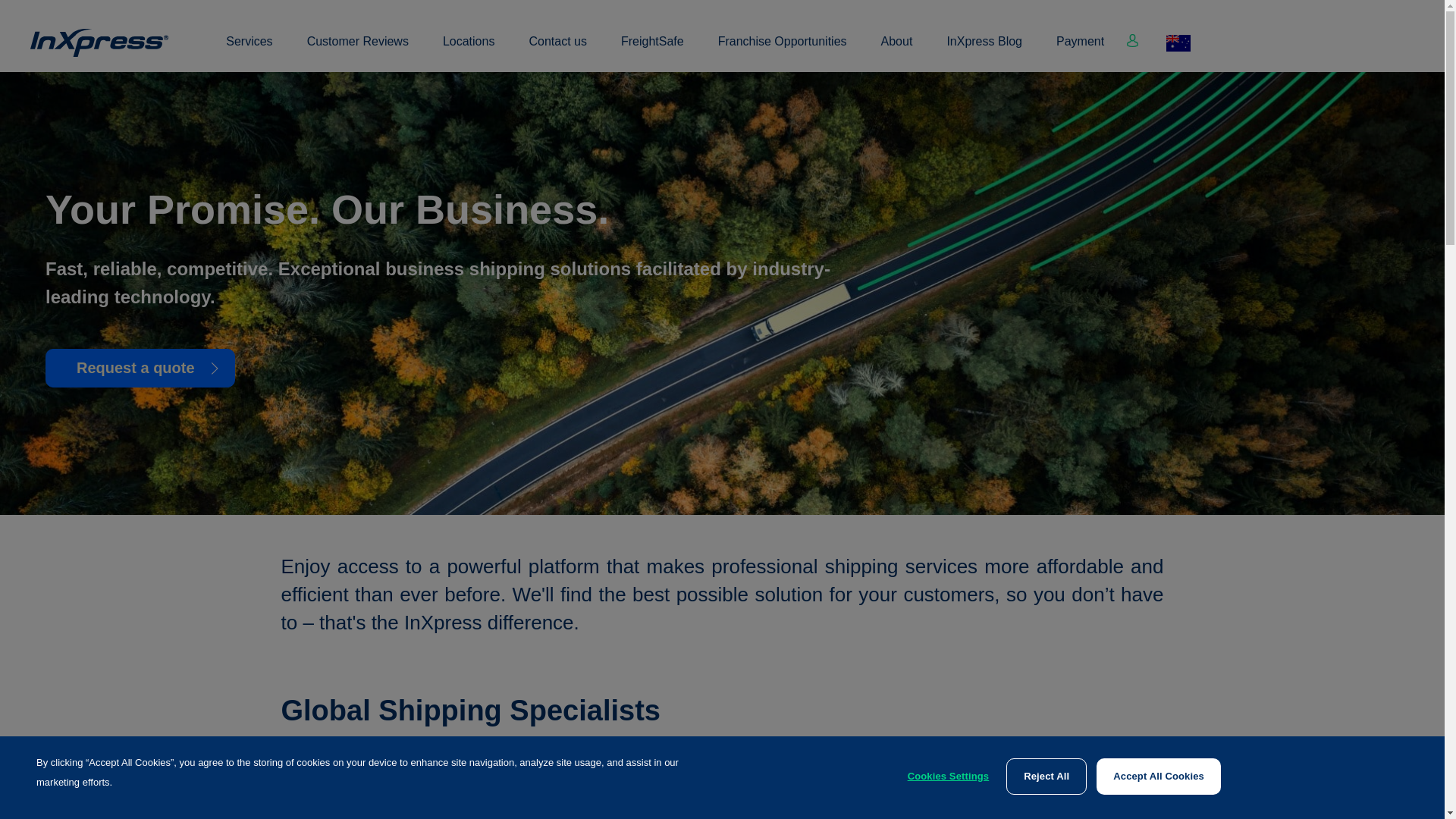  What do you see at coordinates (1079, 49) in the screenshot?
I see `'Payment'` at bounding box center [1079, 49].